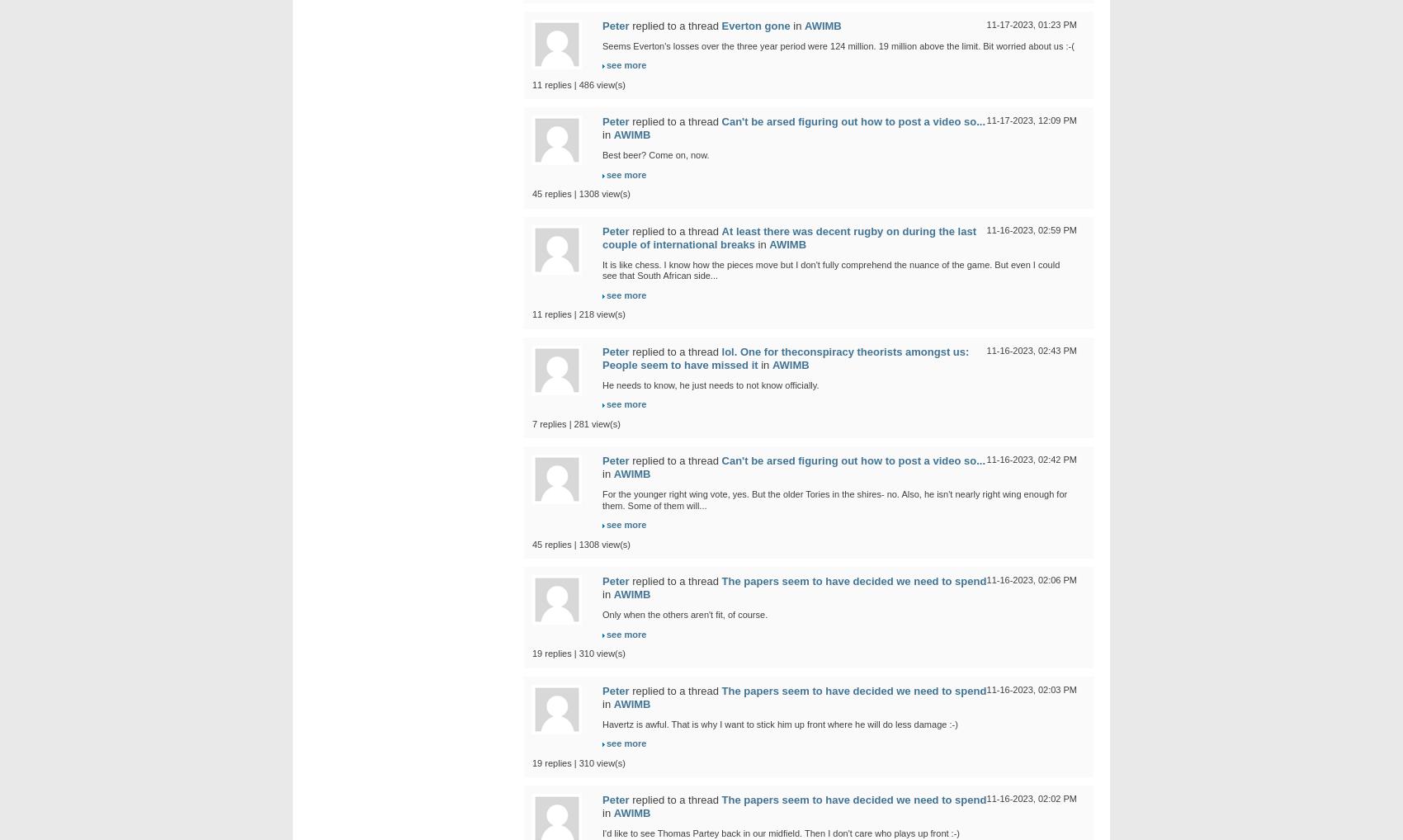 This screenshot has width=1403, height=840. Describe the element at coordinates (1056, 119) in the screenshot. I see `'12:09 PM'` at that location.